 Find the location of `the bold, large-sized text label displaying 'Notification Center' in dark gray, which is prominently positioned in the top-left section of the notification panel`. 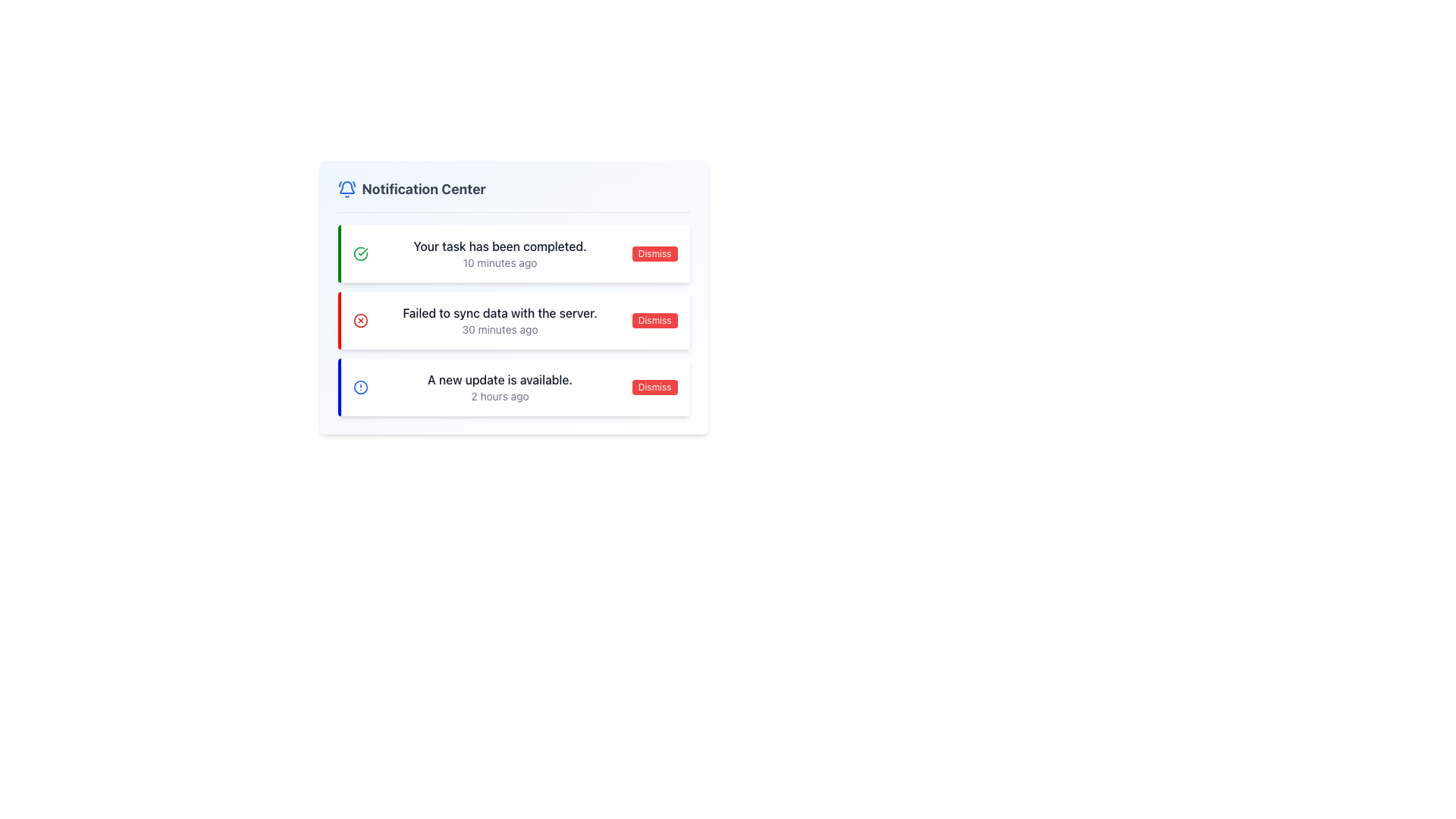

the bold, large-sized text label displaying 'Notification Center' in dark gray, which is prominently positioned in the top-left section of the notification panel is located at coordinates (424, 189).